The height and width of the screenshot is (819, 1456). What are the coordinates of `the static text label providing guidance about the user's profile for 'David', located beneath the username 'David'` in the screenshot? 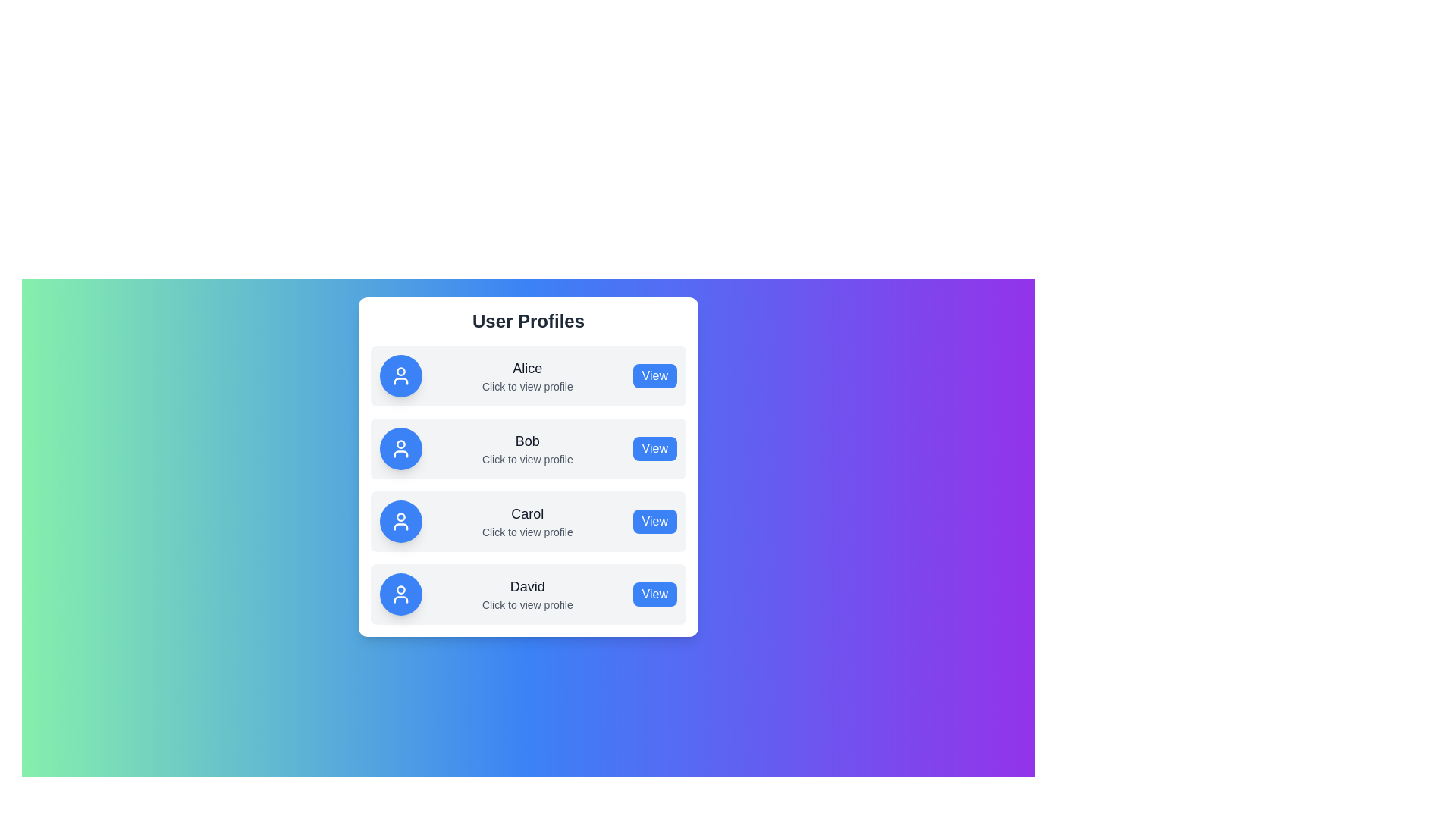 It's located at (527, 604).